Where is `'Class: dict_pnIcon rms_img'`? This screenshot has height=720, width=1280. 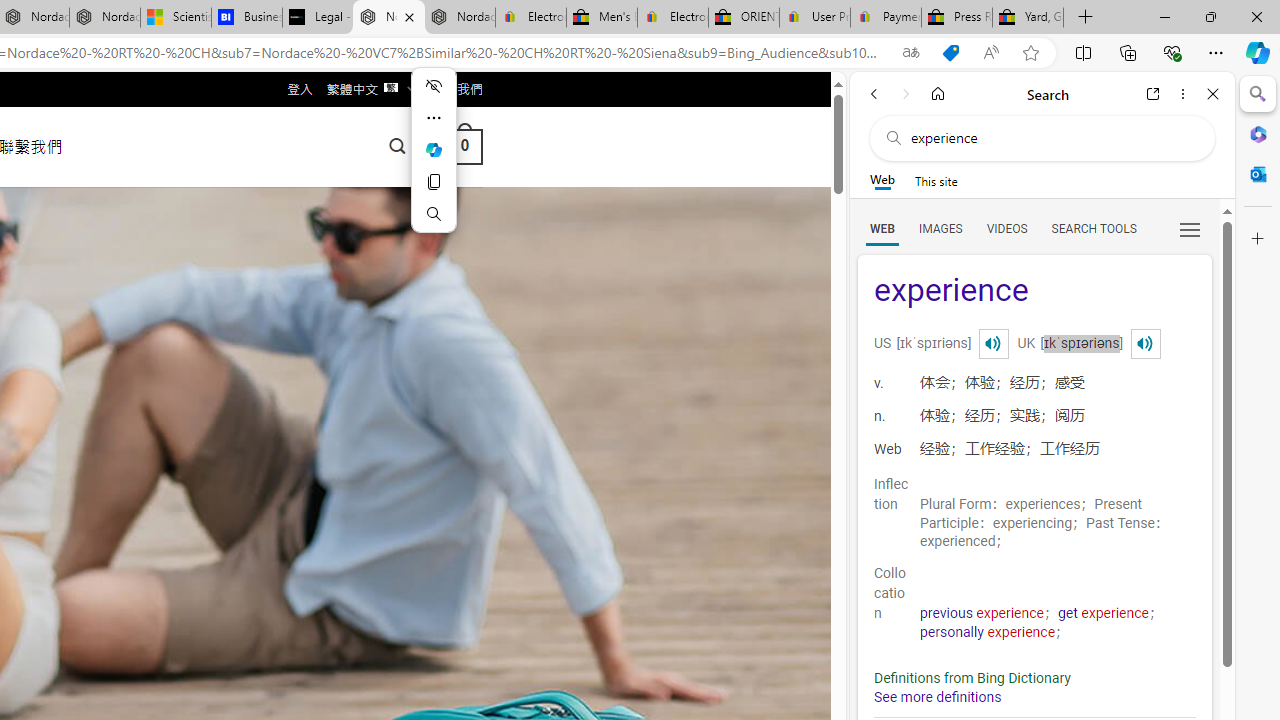 'Class: dict_pnIcon rms_img' is located at coordinates (1145, 342).